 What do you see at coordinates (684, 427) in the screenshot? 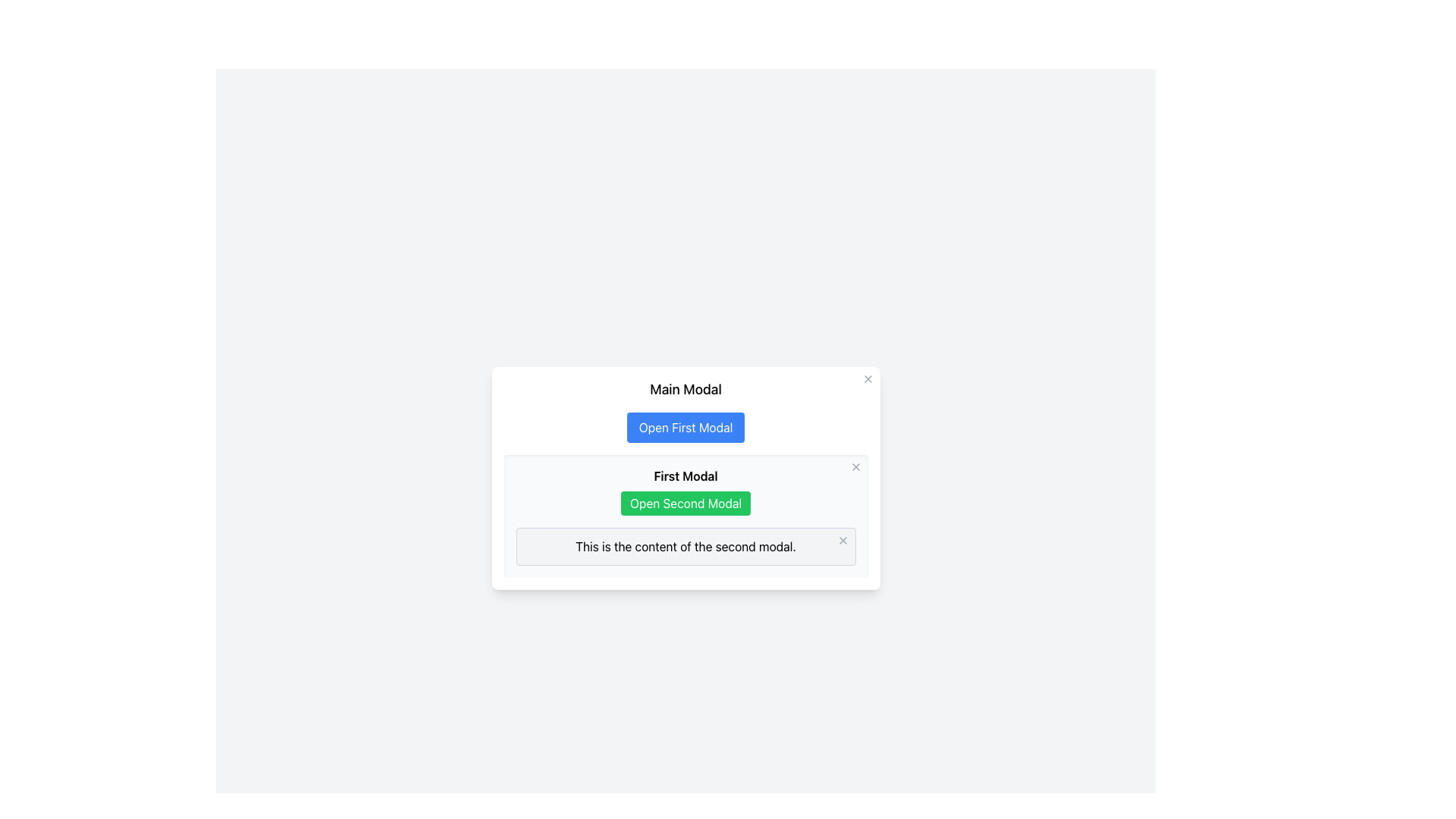
I see `the button located directly beneath the 'Main Modal' heading` at bounding box center [684, 427].